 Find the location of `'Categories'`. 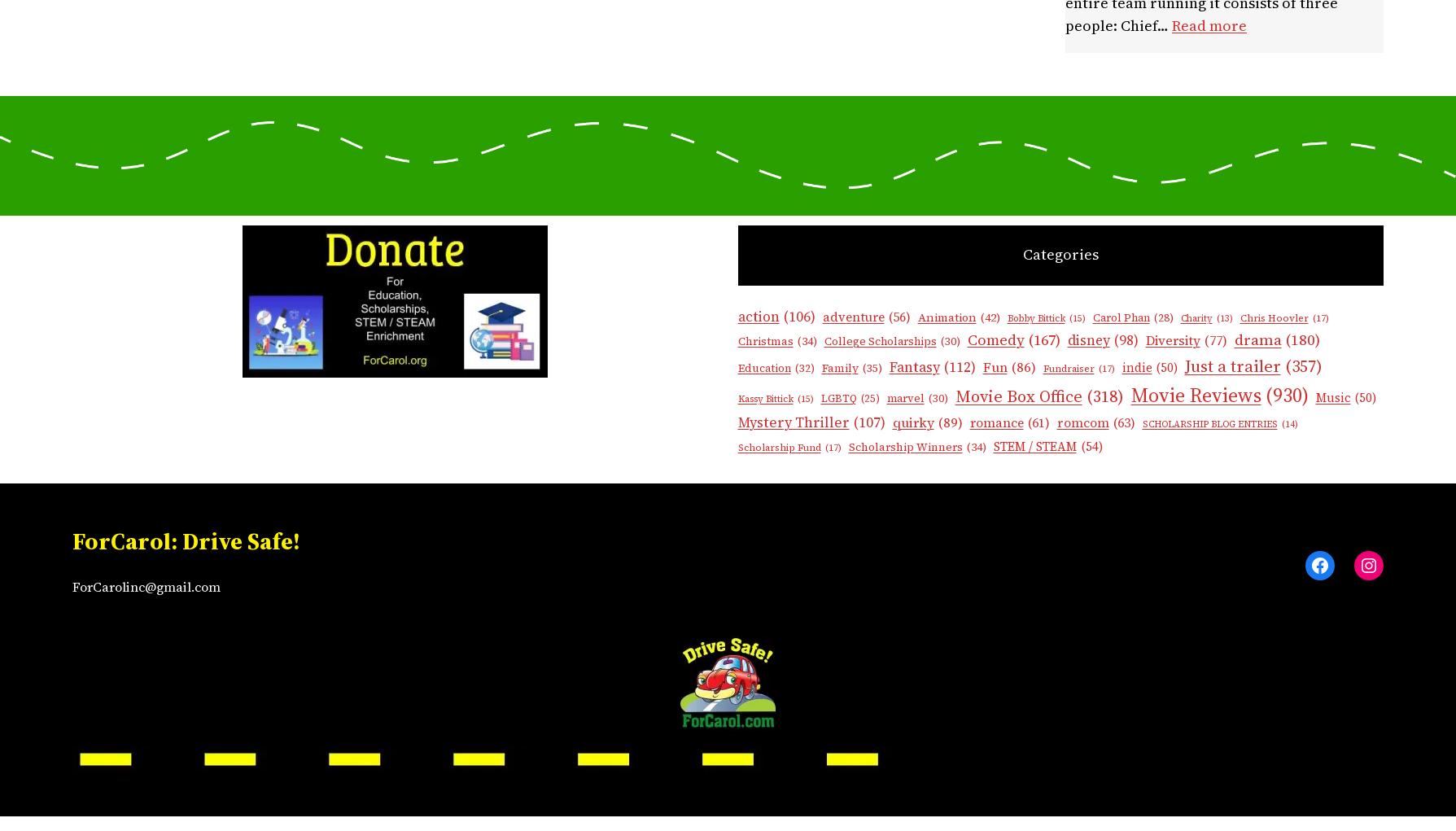

'Categories' is located at coordinates (1060, 254).